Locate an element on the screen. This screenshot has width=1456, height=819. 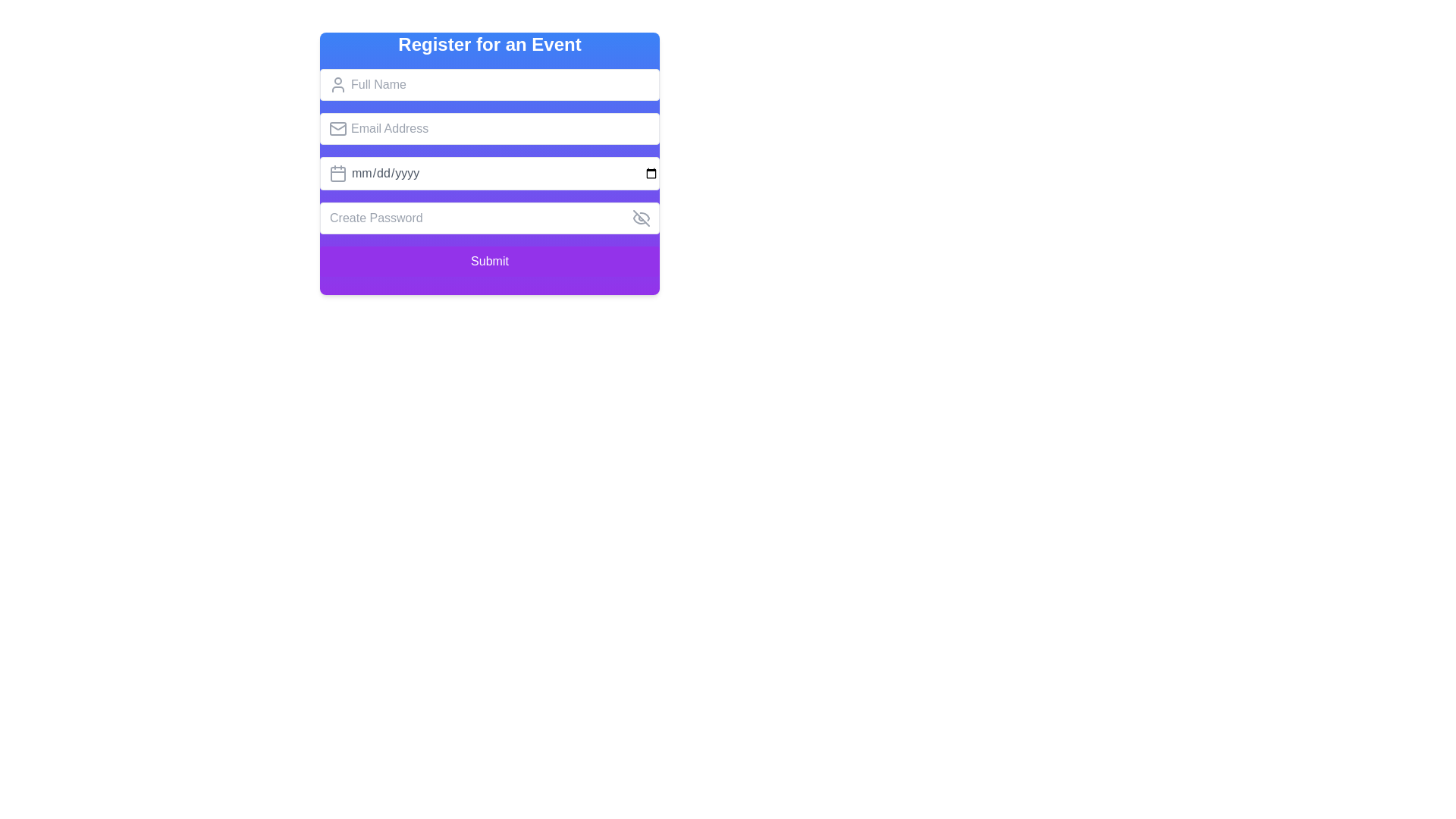
the email input field, which is the second visible input field in the registration form, to focus and type an email address is located at coordinates (490, 127).